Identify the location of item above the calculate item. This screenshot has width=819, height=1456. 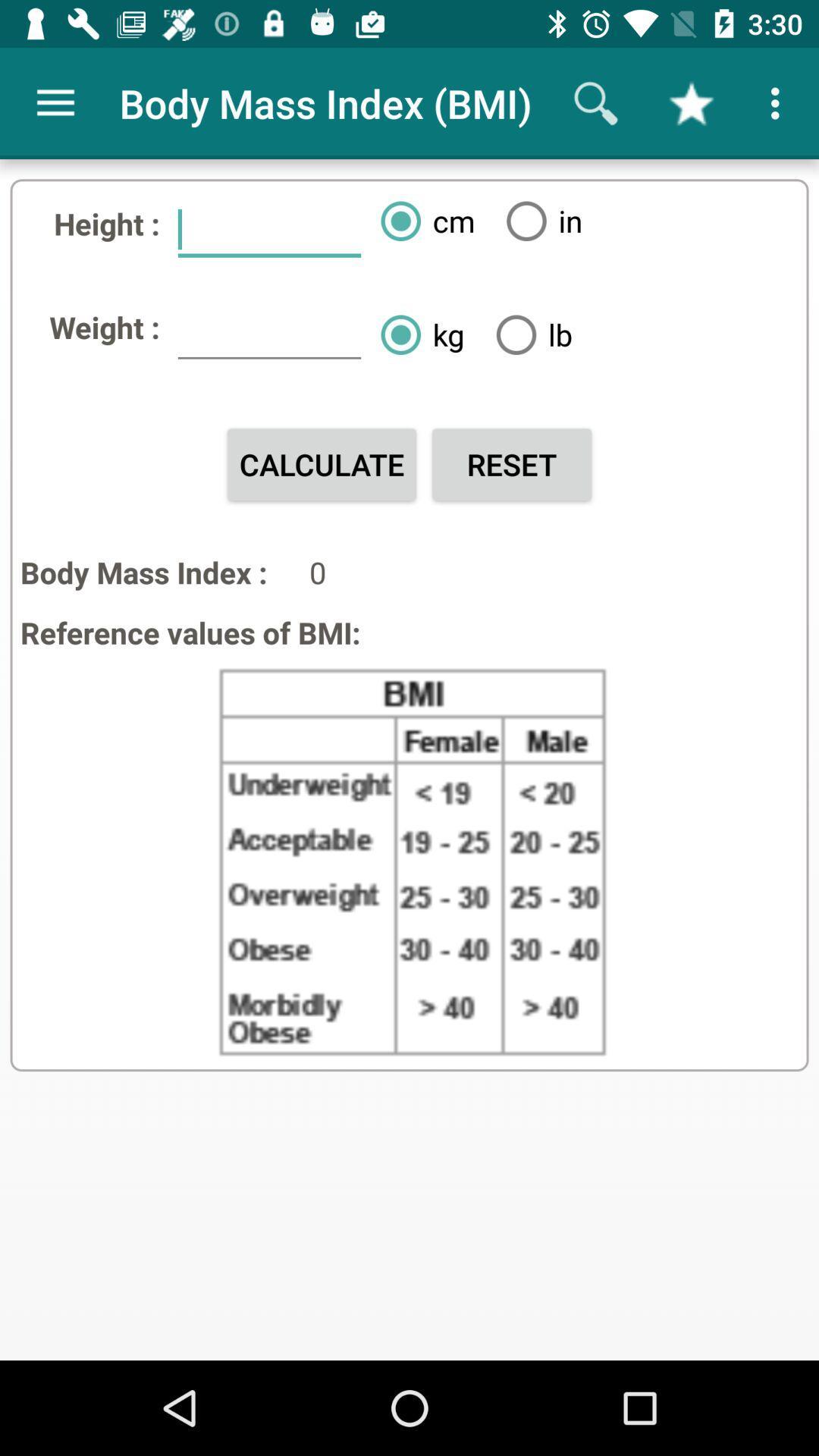
(268, 333).